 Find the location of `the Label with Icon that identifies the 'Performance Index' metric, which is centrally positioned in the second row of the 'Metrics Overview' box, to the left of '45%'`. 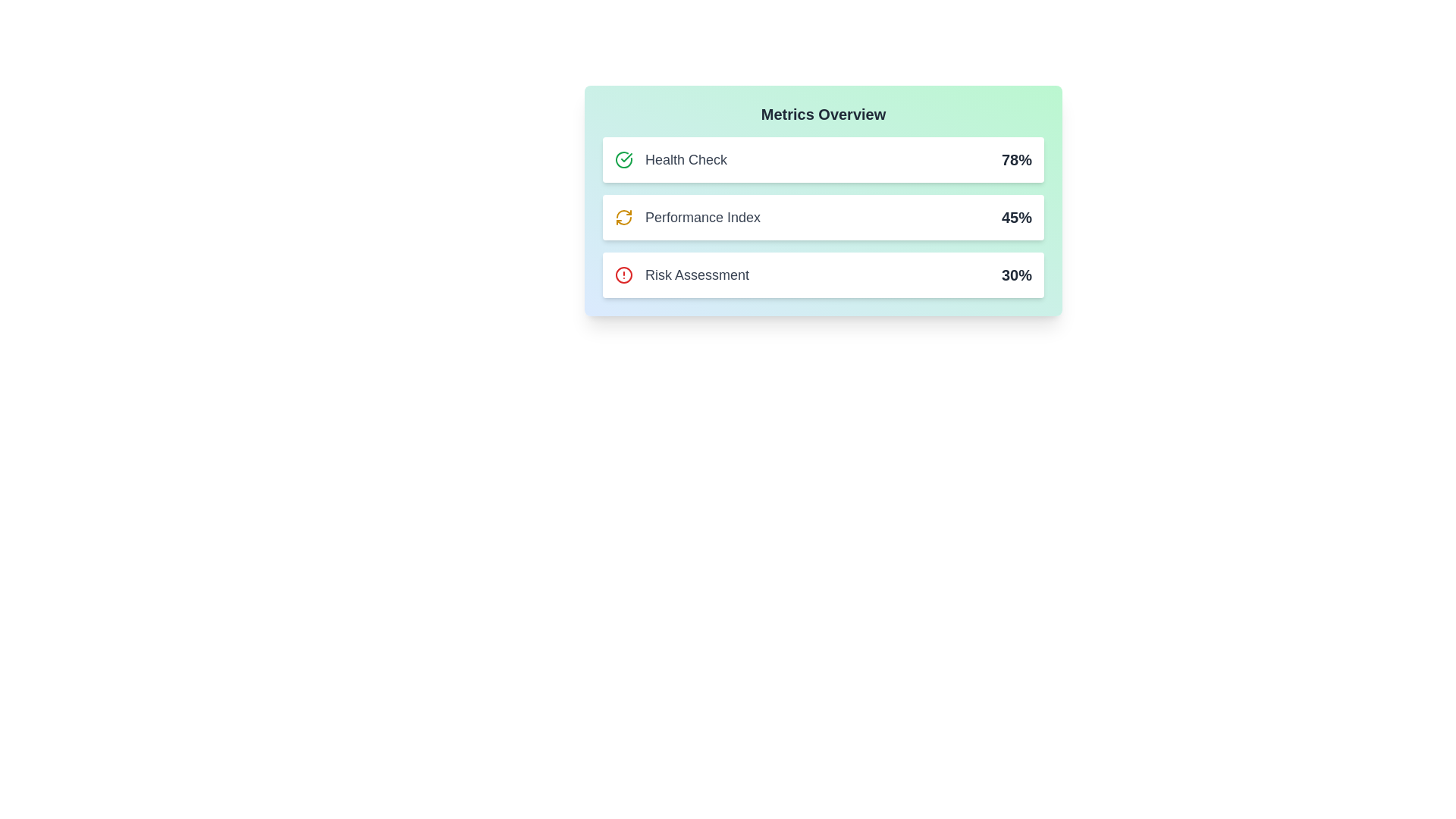

the Label with Icon that identifies the 'Performance Index' metric, which is centrally positioned in the second row of the 'Metrics Overview' box, to the left of '45%' is located at coordinates (687, 217).